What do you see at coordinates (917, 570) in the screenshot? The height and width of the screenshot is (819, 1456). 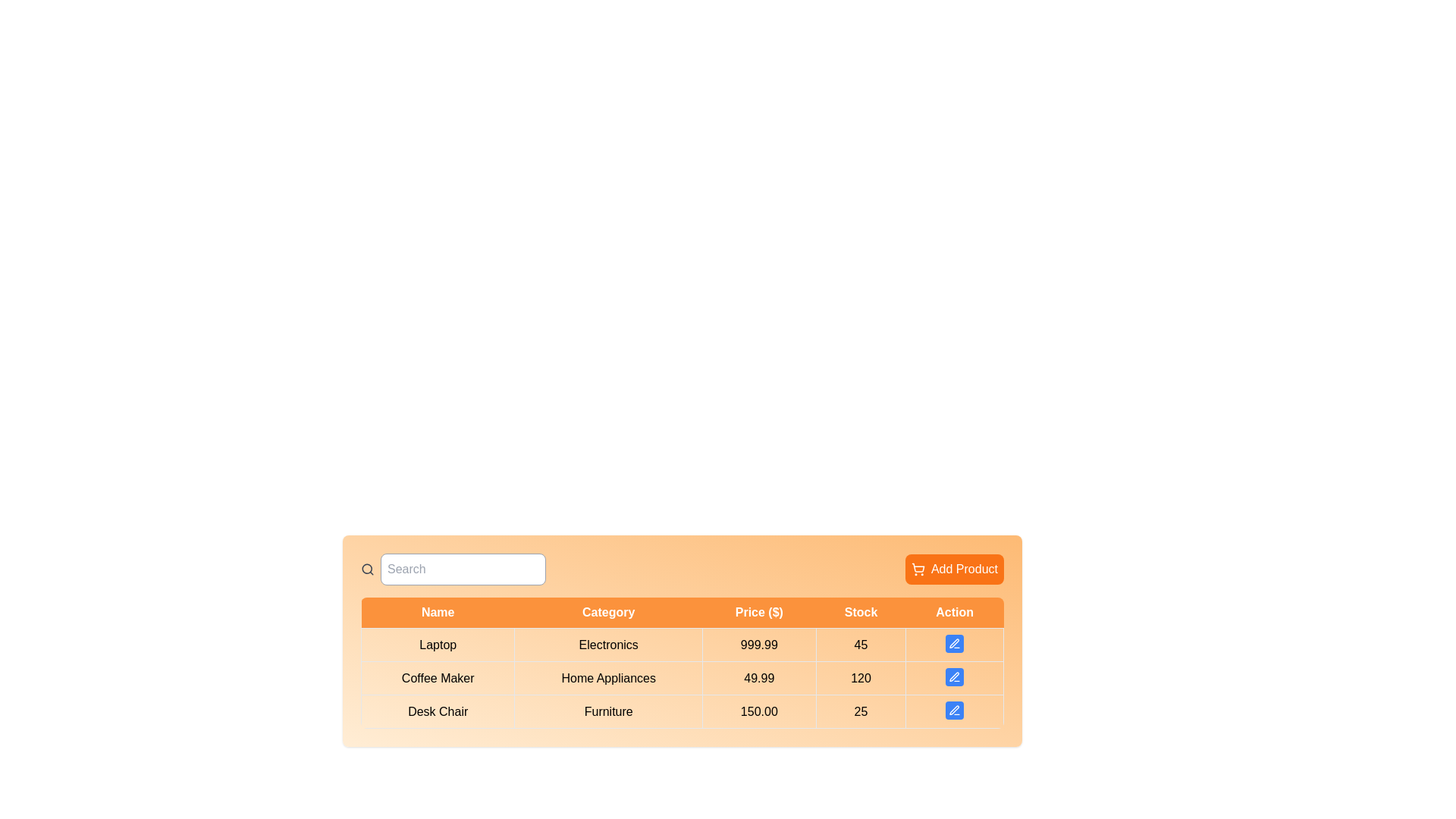 I see `the shopping cart icon located next to the 'Add Product' text in the top-right corner of the main interface panel` at bounding box center [917, 570].